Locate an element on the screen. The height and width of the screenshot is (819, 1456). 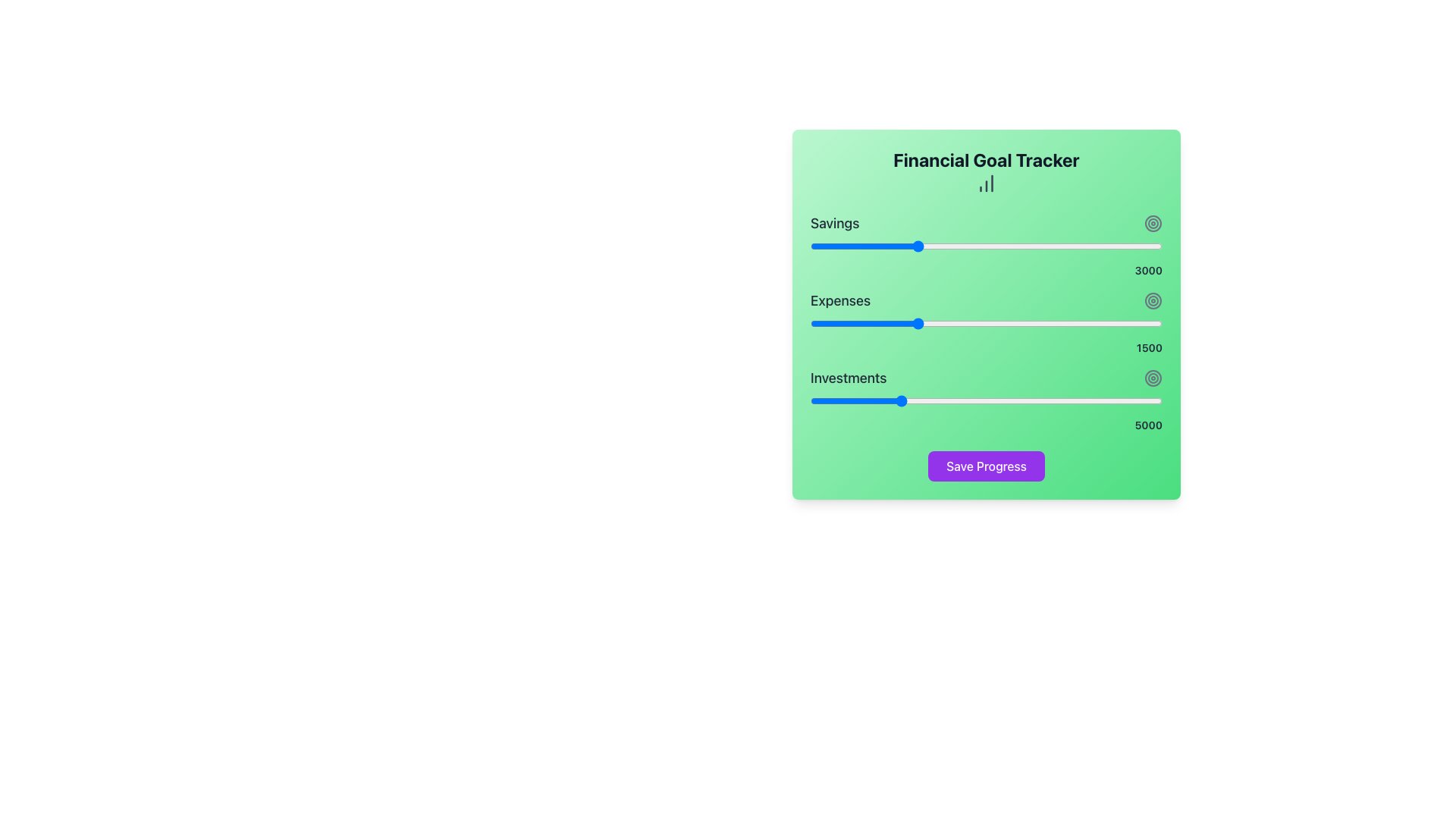
the investment goal is located at coordinates (1135, 400).